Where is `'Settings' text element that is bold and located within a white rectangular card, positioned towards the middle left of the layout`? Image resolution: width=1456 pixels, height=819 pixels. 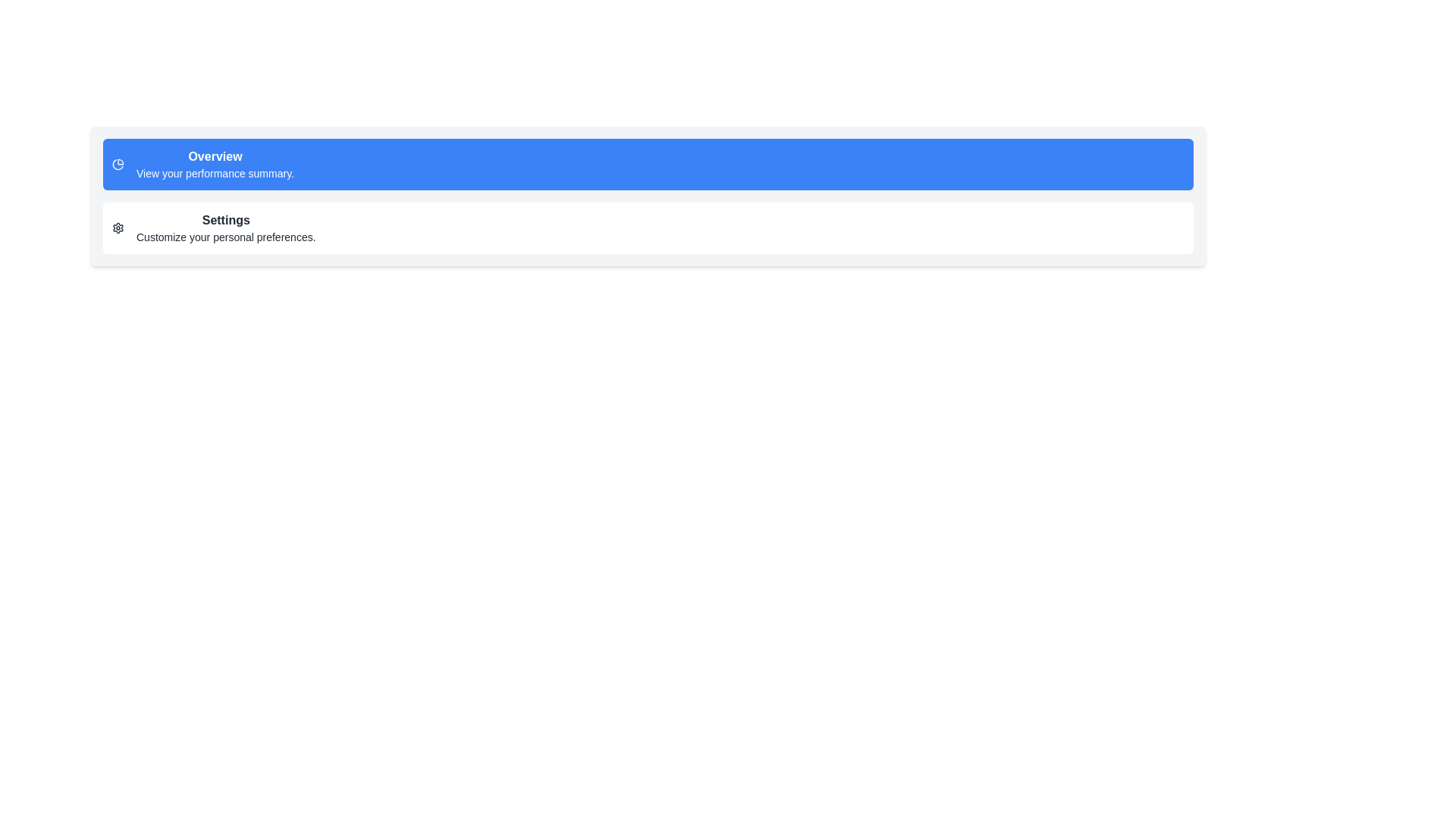 'Settings' text element that is bold and located within a white rectangular card, positioned towards the middle left of the layout is located at coordinates (225, 227).